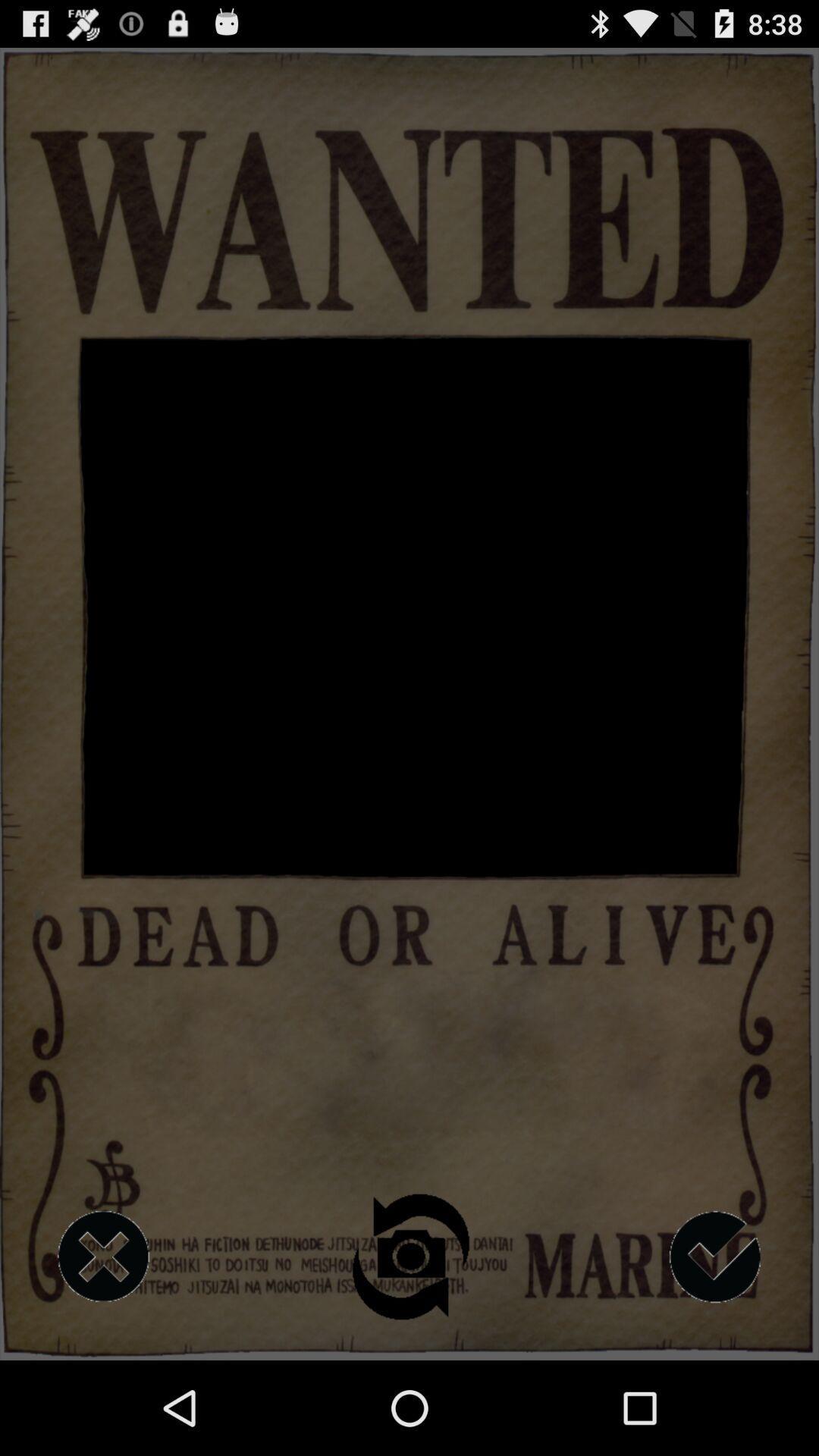  I want to click on icon at the bottom, so click(409, 1257).